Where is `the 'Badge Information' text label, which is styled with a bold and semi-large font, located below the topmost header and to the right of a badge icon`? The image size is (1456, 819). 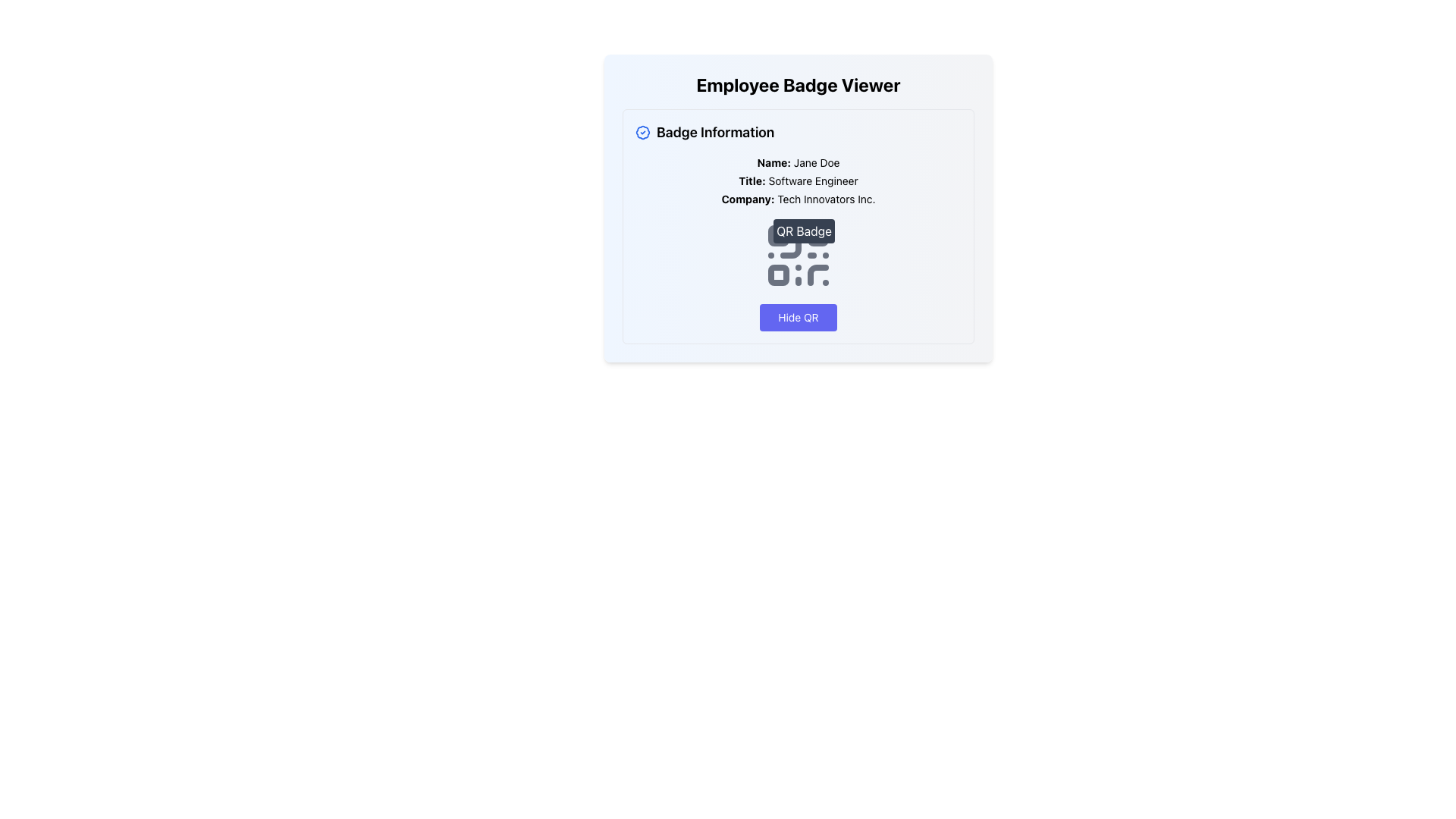
the 'Badge Information' text label, which is styled with a bold and semi-large font, located below the topmost header and to the right of a badge icon is located at coordinates (714, 131).